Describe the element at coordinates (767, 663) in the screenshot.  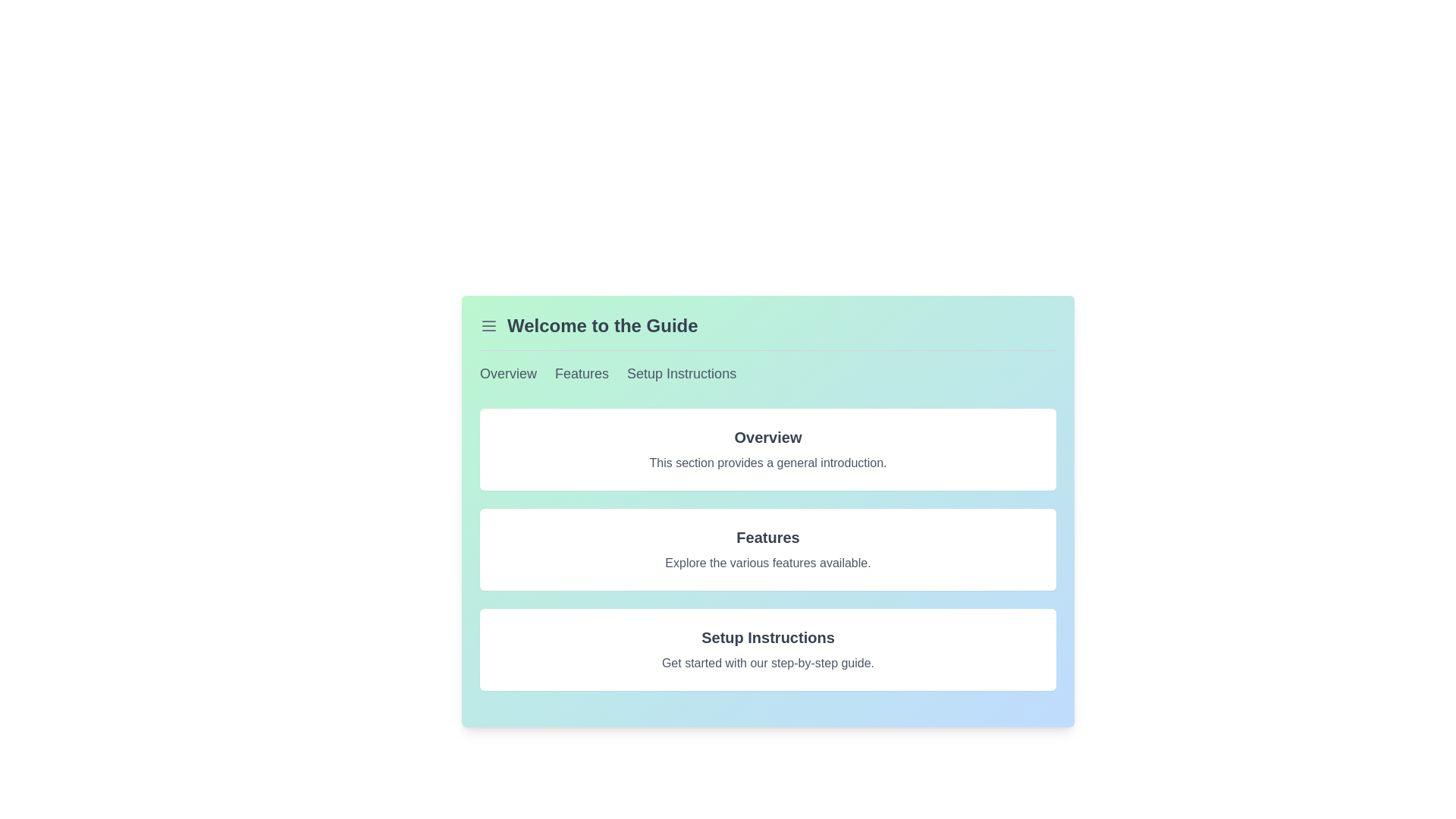
I see `the text element that says 'Get started with our step-by-step guide.' which is located below the 'Setup Instructions' title` at that location.